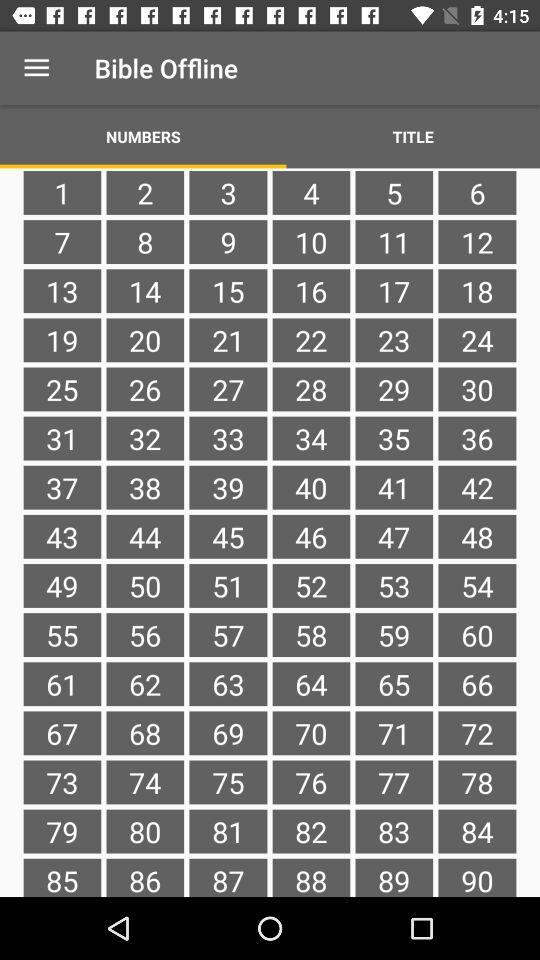 Image resolution: width=540 pixels, height=960 pixels. I want to click on the item to the right of the 63, so click(311, 732).